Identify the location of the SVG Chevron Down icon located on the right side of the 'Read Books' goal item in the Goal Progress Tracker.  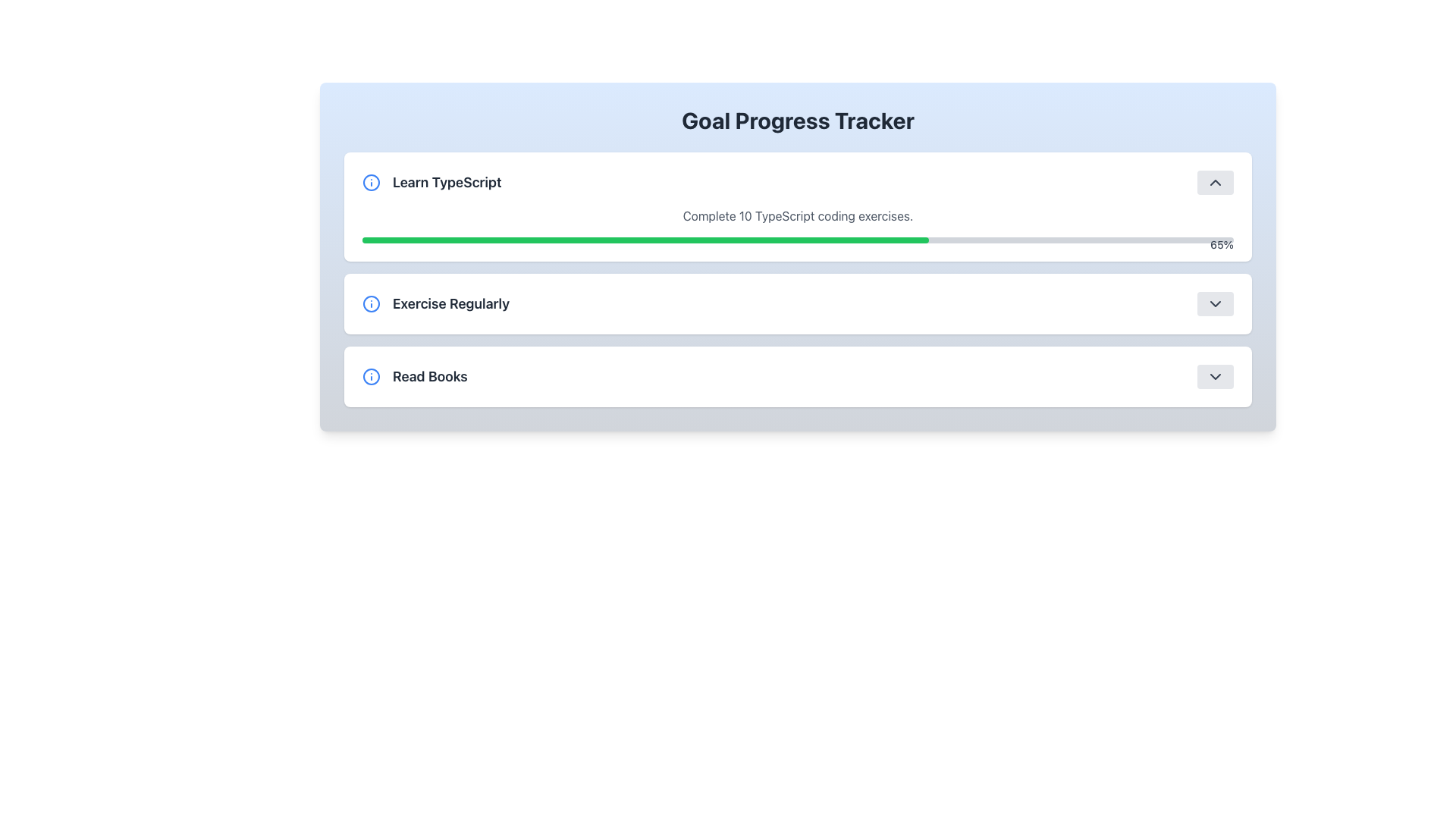
(1216, 376).